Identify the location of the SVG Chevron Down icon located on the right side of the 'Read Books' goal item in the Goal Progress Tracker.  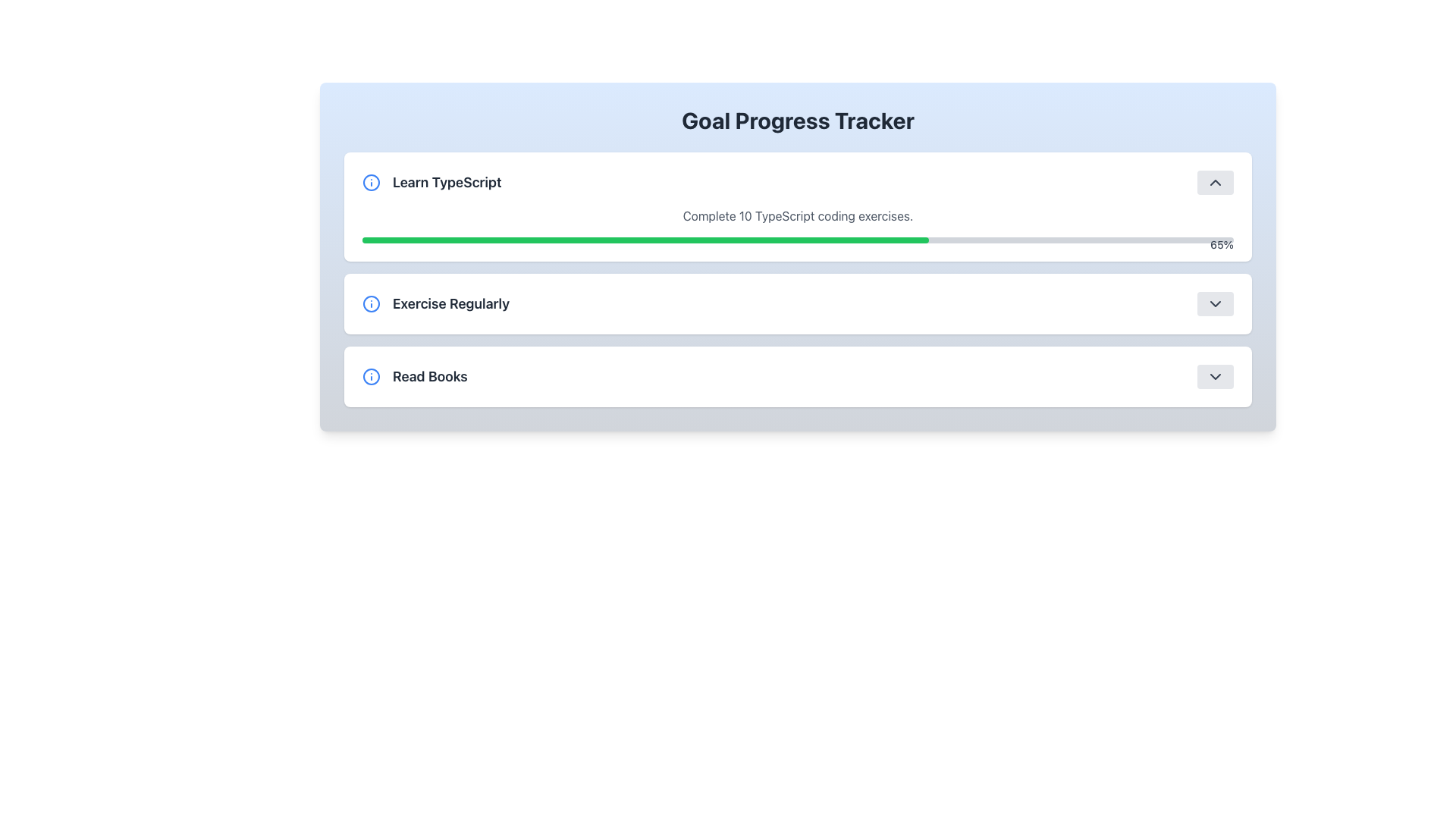
(1216, 376).